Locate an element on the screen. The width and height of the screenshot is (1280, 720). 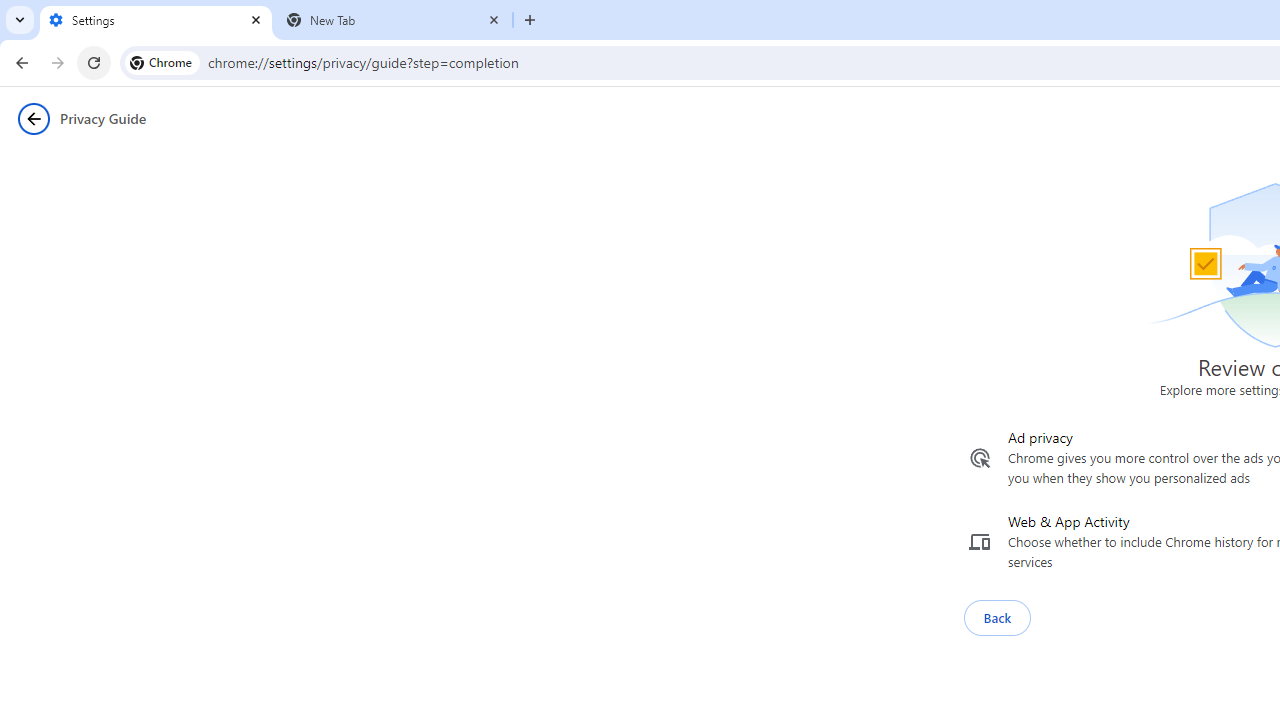
'Settings' is located at coordinates (155, 20).